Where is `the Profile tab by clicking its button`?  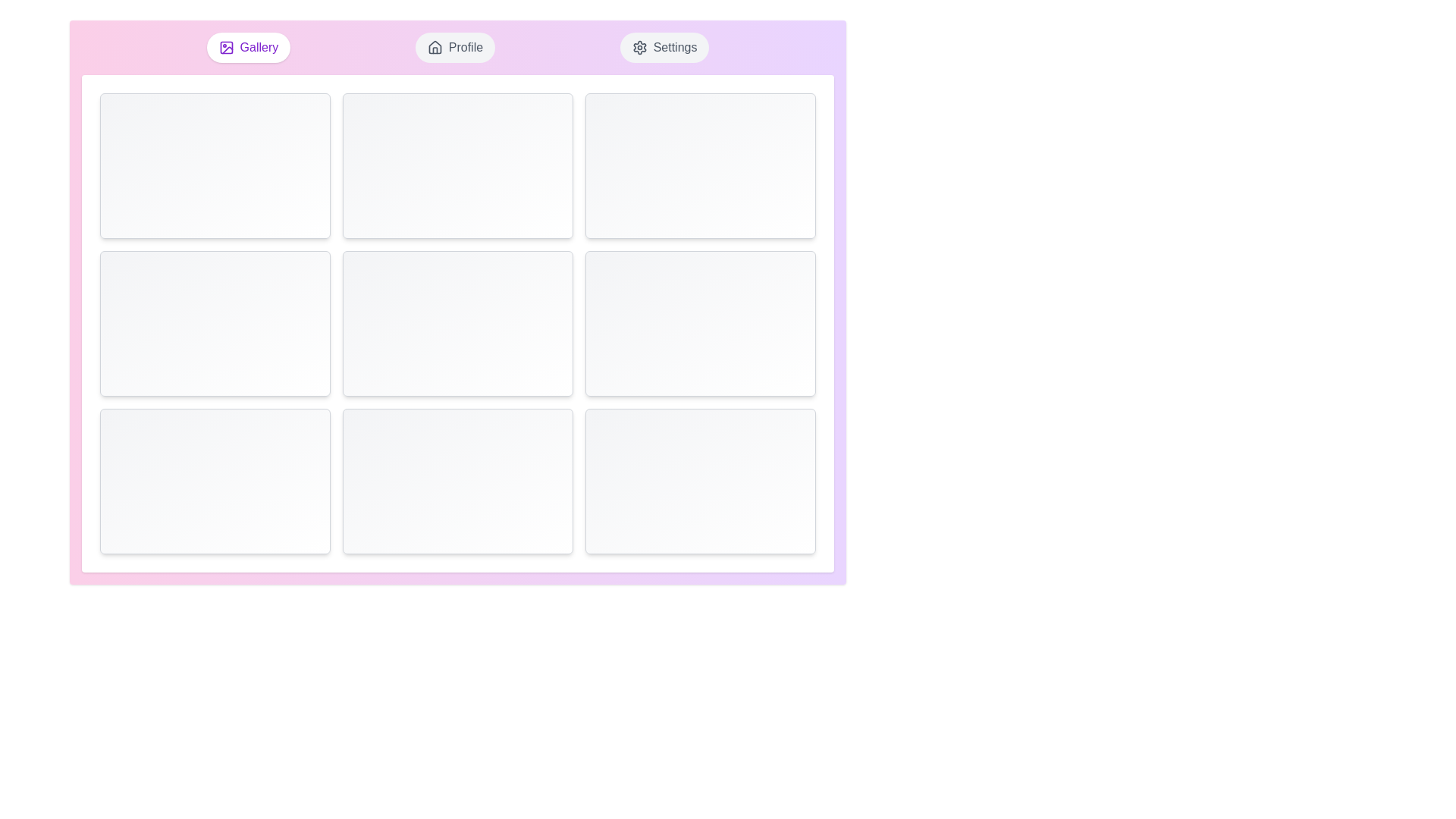
the Profile tab by clicking its button is located at coordinates (454, 46).